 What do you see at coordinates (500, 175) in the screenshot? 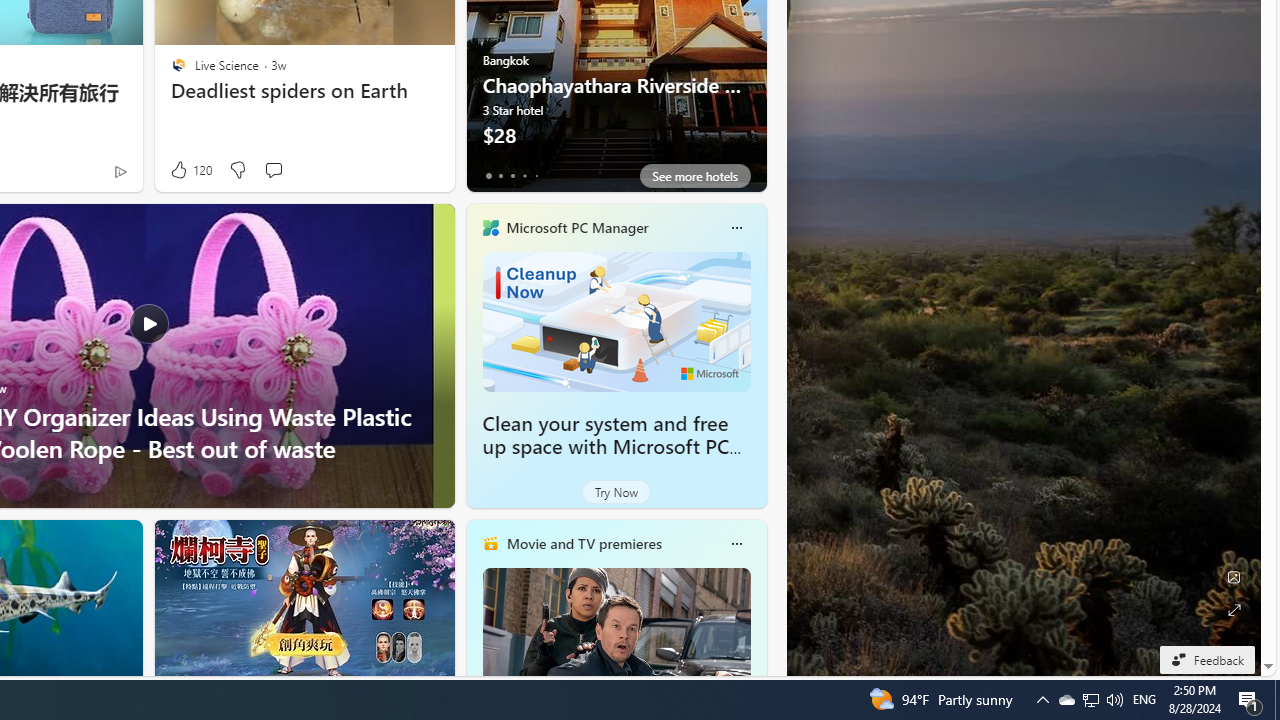
I see `'tab-1'` at bounding box center [500, 175].